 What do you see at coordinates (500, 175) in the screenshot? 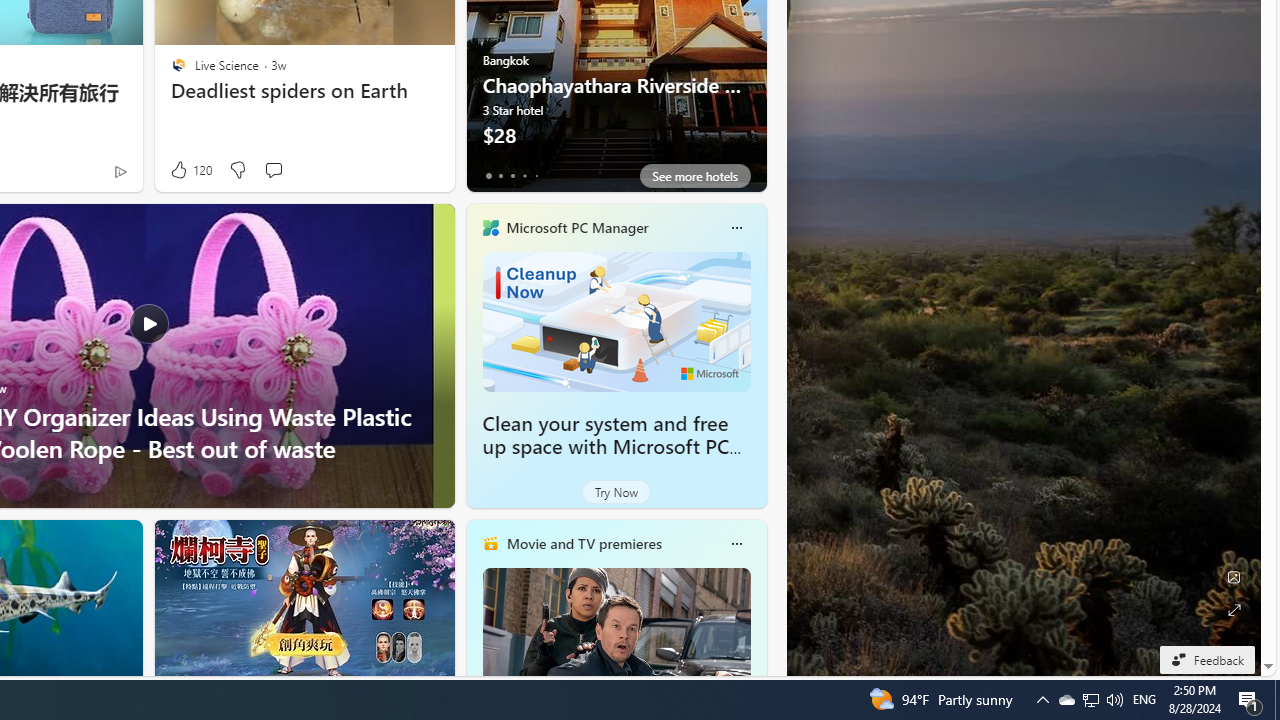
I see `'tab-1'` at bounding box center [500, 175].